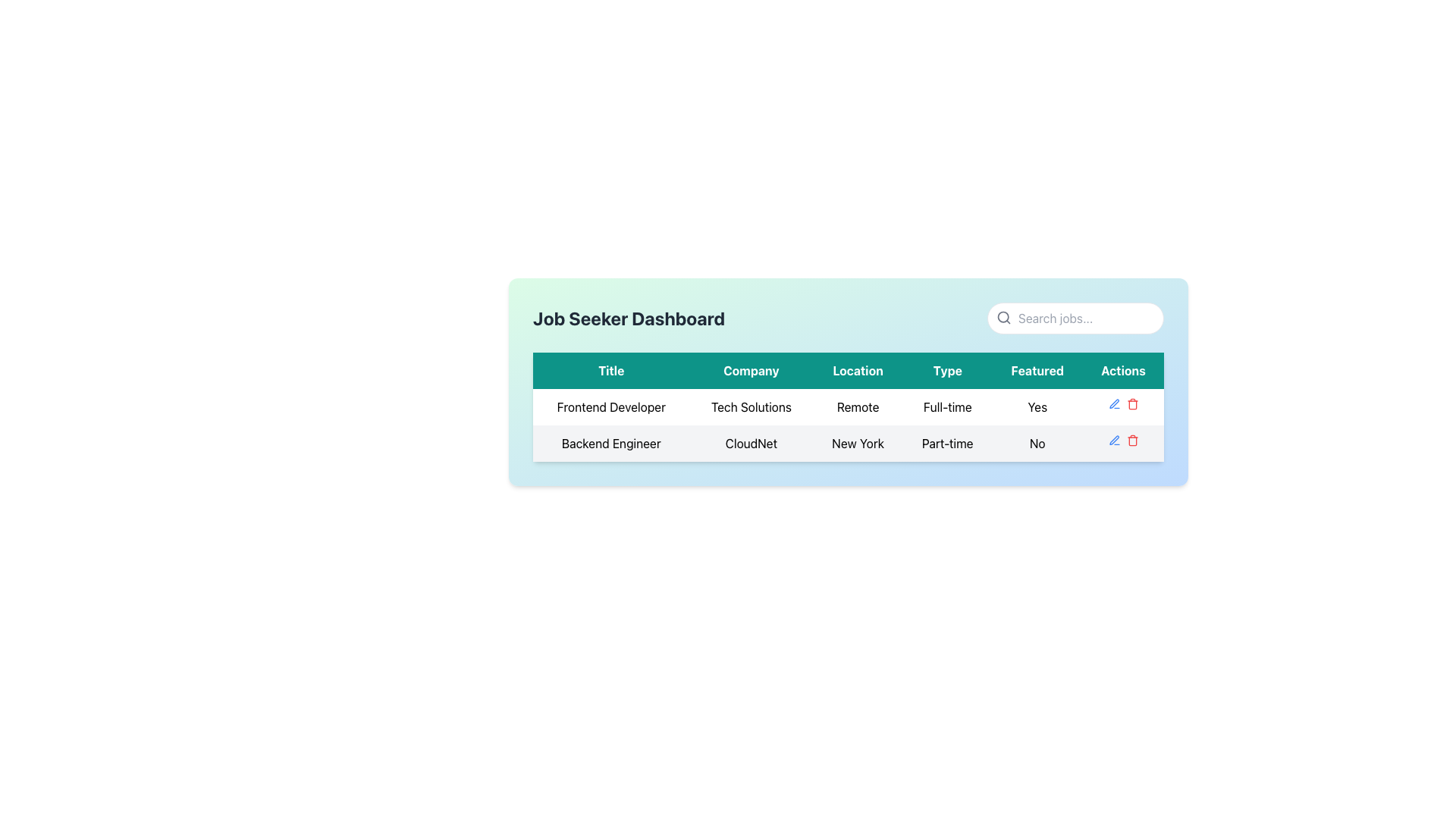  What do you see at coordinates (1037, 444) in the screenshot?
I see `the 'No' text label indicating that the job posting is not featured, located in the table row for 'Backend Engineer' under the 'Featured' column` at bounding box center [1037, 444].